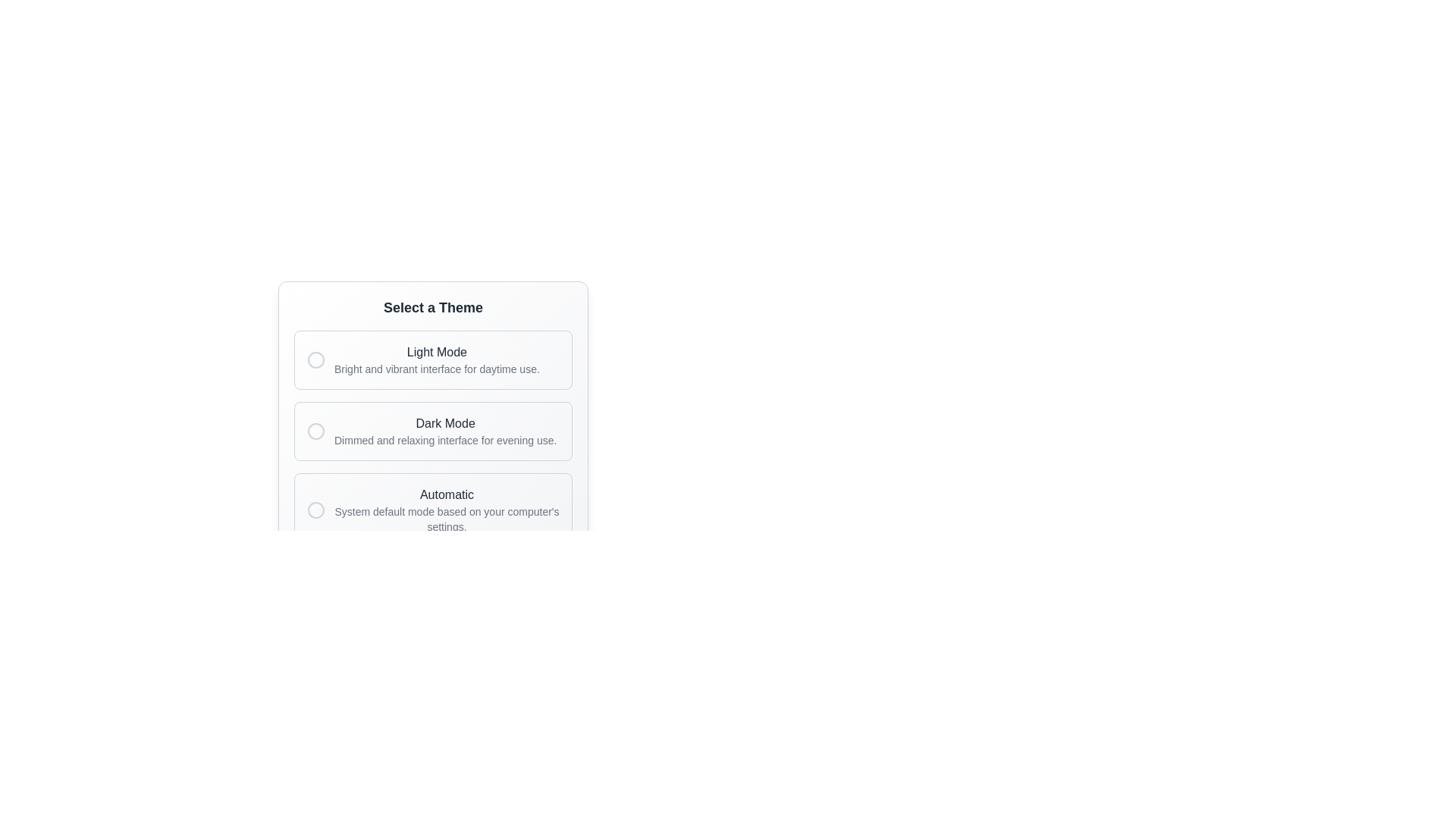 This screenshot has width=1456, height=819. Describe the element at coordinates (315, 510) in the screenshot. I see `the gray outlined circular radio button located at the left end of the 'Automatic' option` at that location.